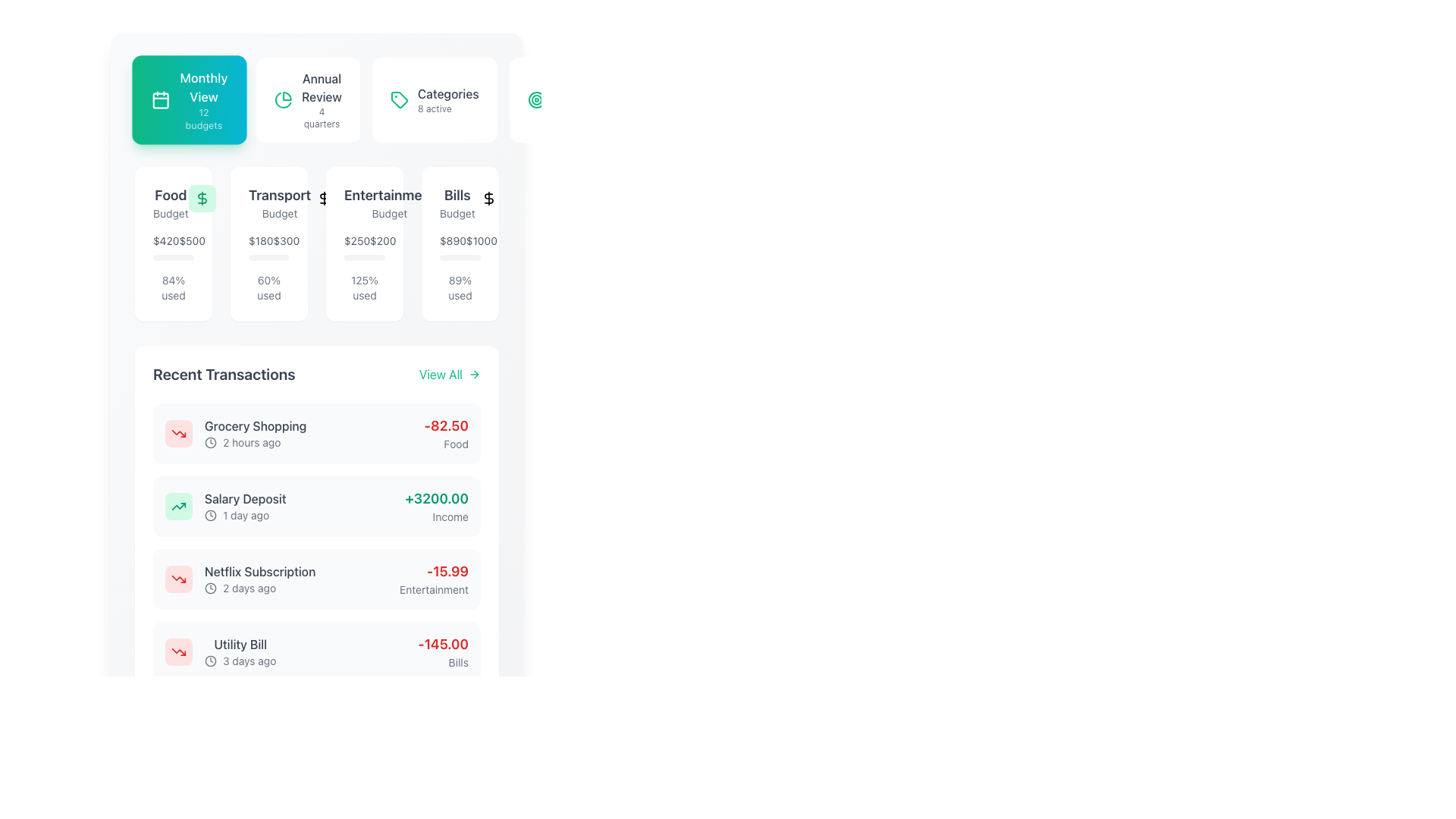 The width and height of the screenshot is (1456, 819). Describe the element at coordinates (356, 240) in the screenshot. I see `the Text Label displaying '$250' in gray font, indicating the budget for Entertainment, located in the budget overview section` at that location.